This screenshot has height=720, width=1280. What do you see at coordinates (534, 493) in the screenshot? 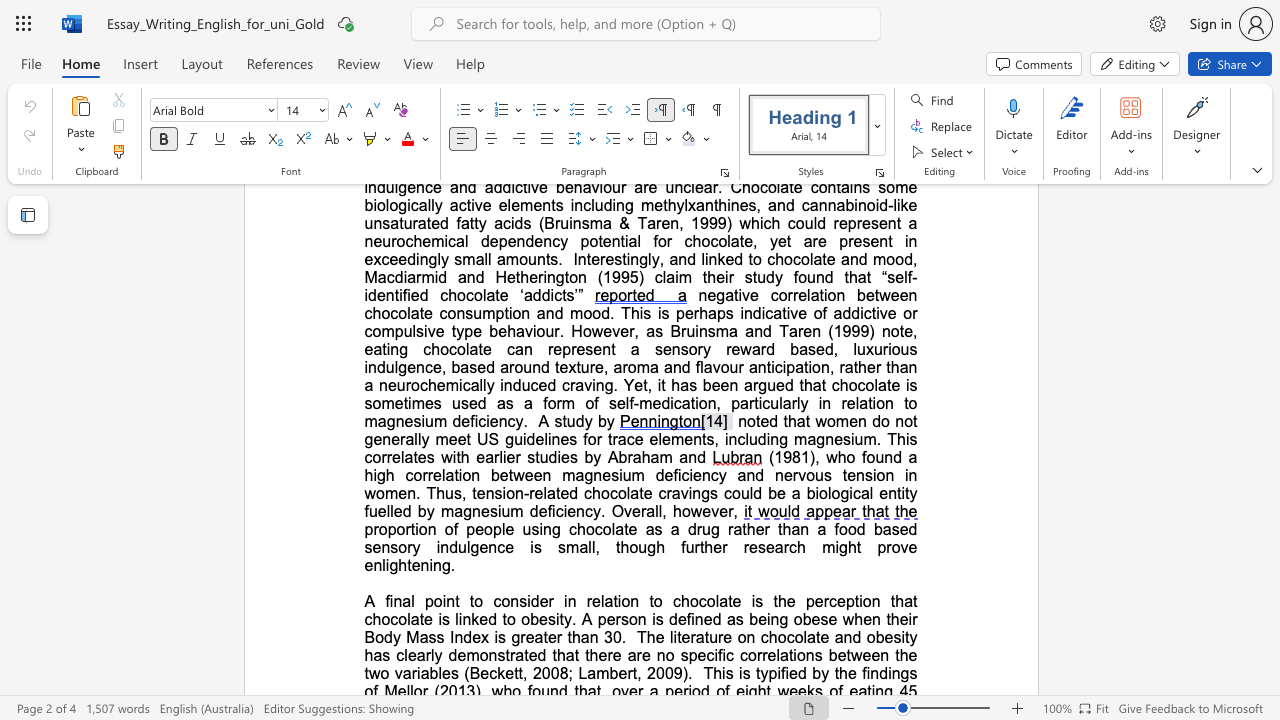
I see `the subset text "elated chocolate cravings could be a biological entity fuelled by magnesium deficiency" within the text "(1981), who found a high correlation between magnesium deficiency and nervous tension in women. Thus, tension-related chocolate cravings could be a biological entity fuelled by magnesium deficiency. Overall, however,"` at bounding box center [534, 493].